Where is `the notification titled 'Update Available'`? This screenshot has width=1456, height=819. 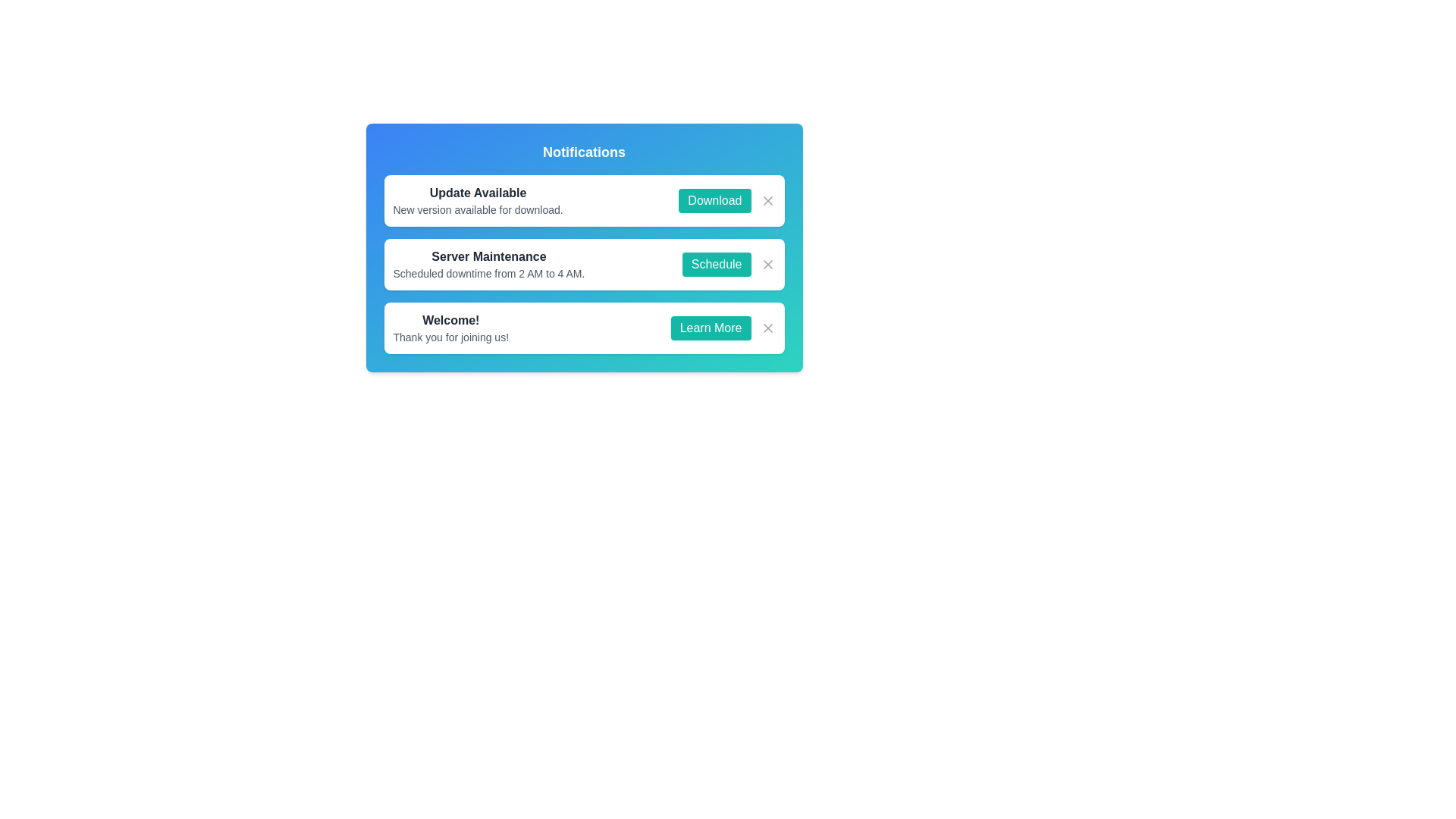
the notification titled 'Update Available' is located at coordinates (477, 200).